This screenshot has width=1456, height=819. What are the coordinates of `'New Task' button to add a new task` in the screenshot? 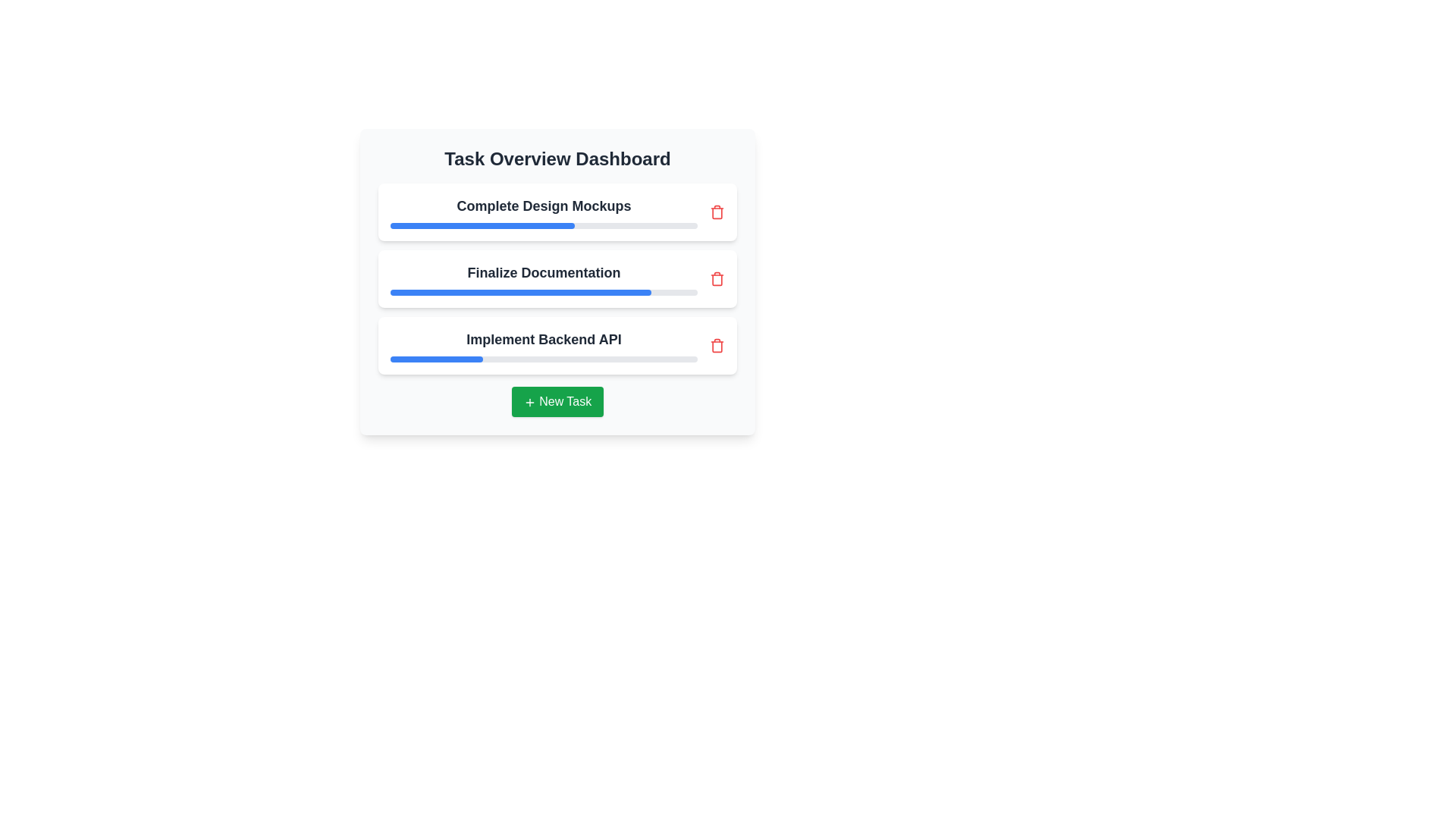 It's located at (557, 400).